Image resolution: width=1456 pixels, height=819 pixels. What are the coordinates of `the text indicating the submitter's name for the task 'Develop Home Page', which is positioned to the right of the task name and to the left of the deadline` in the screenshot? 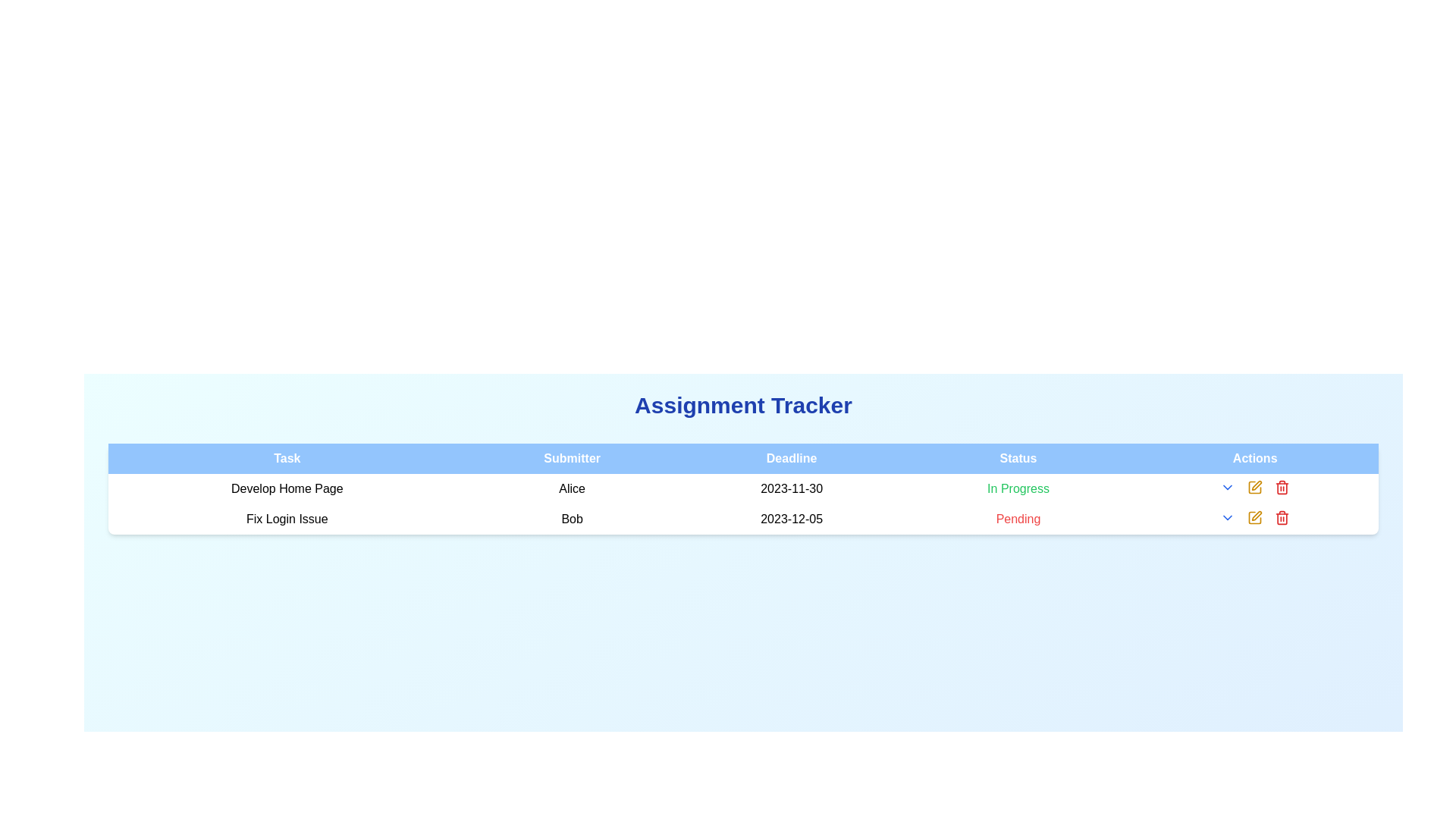 It's located at (571, 488).